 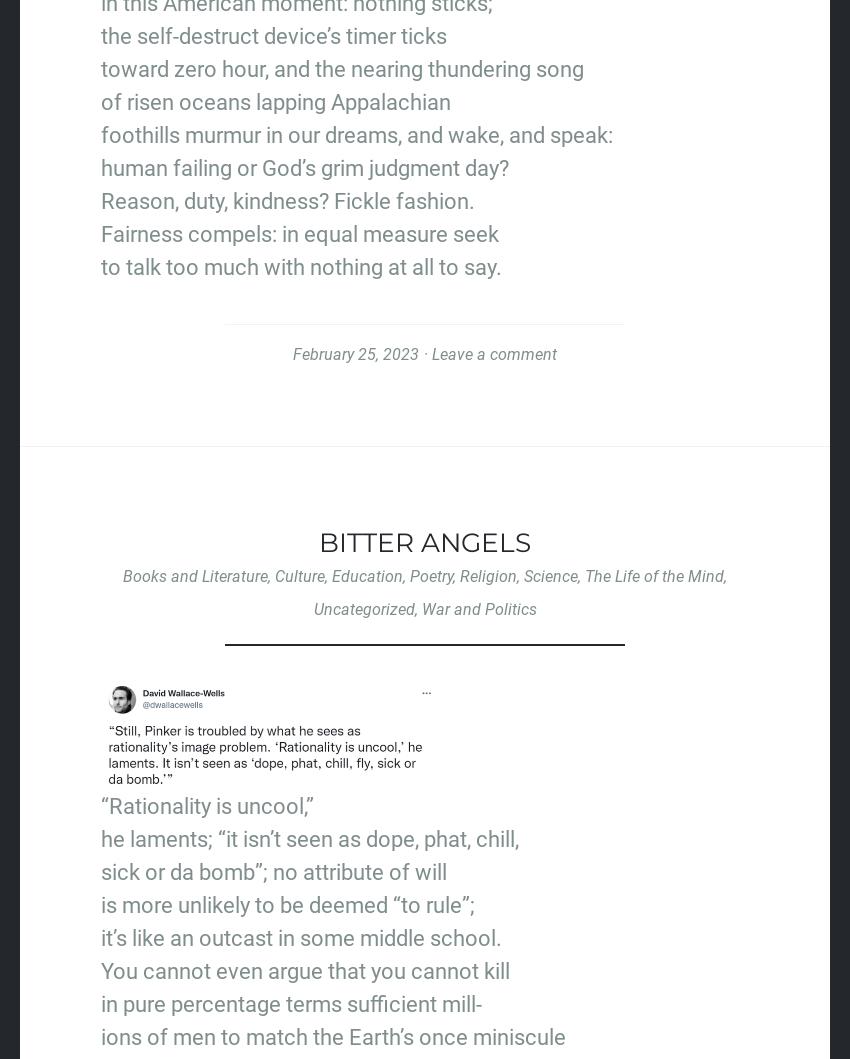 What do you see at coordinates (430, 575) in the screenshot?
I see `'Poetry'` at bounding box center [430, 575].